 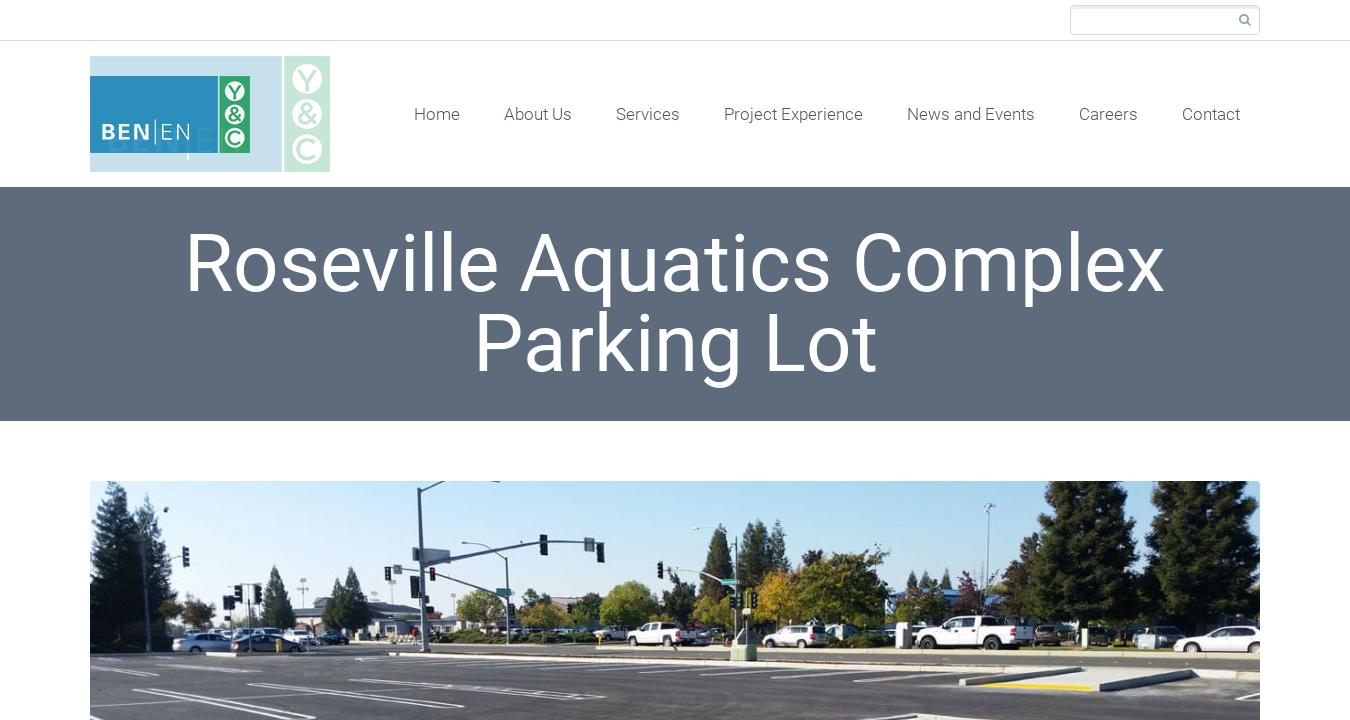 What do you see at coordinates (1209, 113) in the screenshot?
I see `'Contact'` at bounding box center [1209, 113].